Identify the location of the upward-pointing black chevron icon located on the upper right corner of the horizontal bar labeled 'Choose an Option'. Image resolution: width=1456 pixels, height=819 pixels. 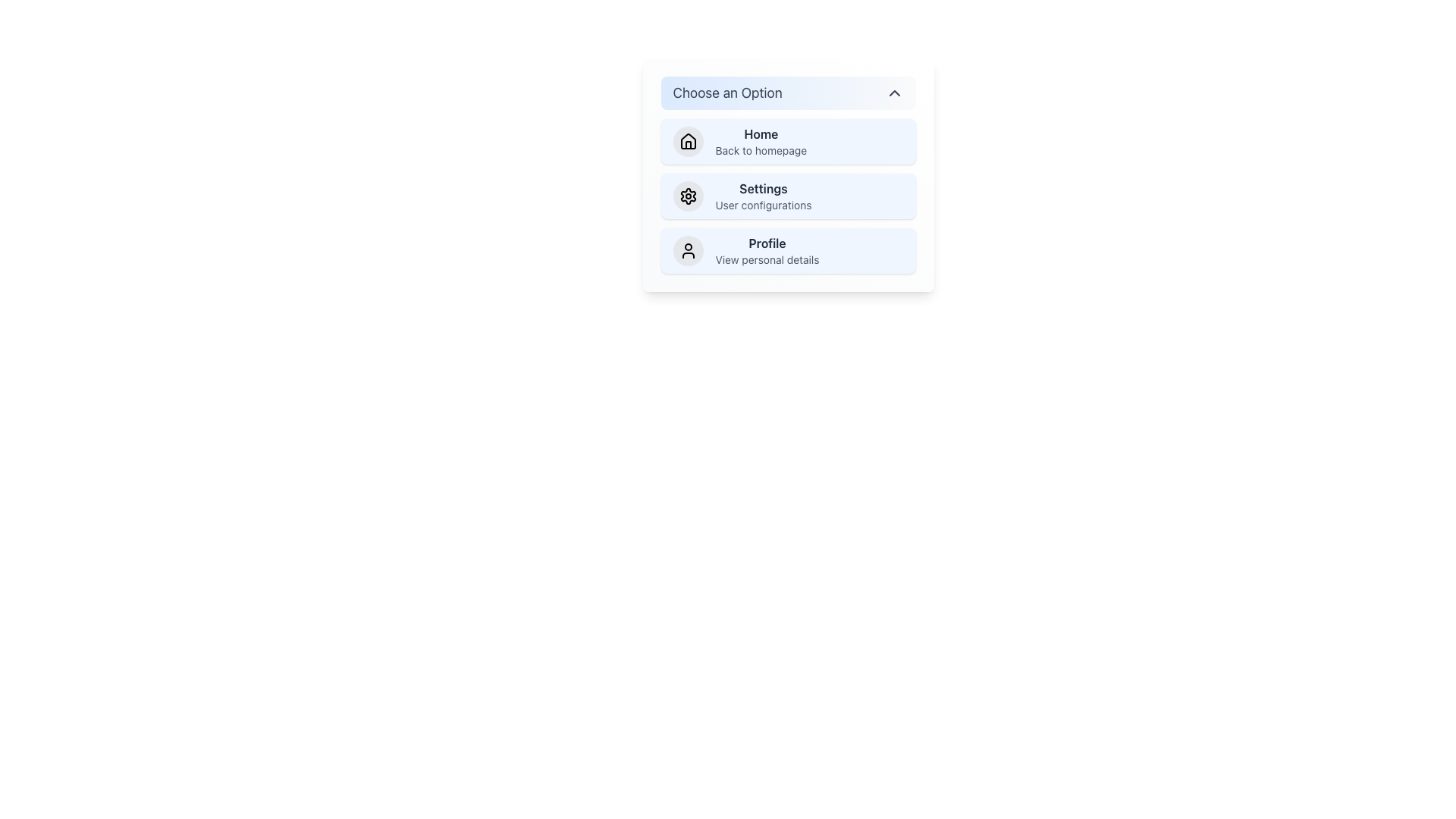
(894, 93).